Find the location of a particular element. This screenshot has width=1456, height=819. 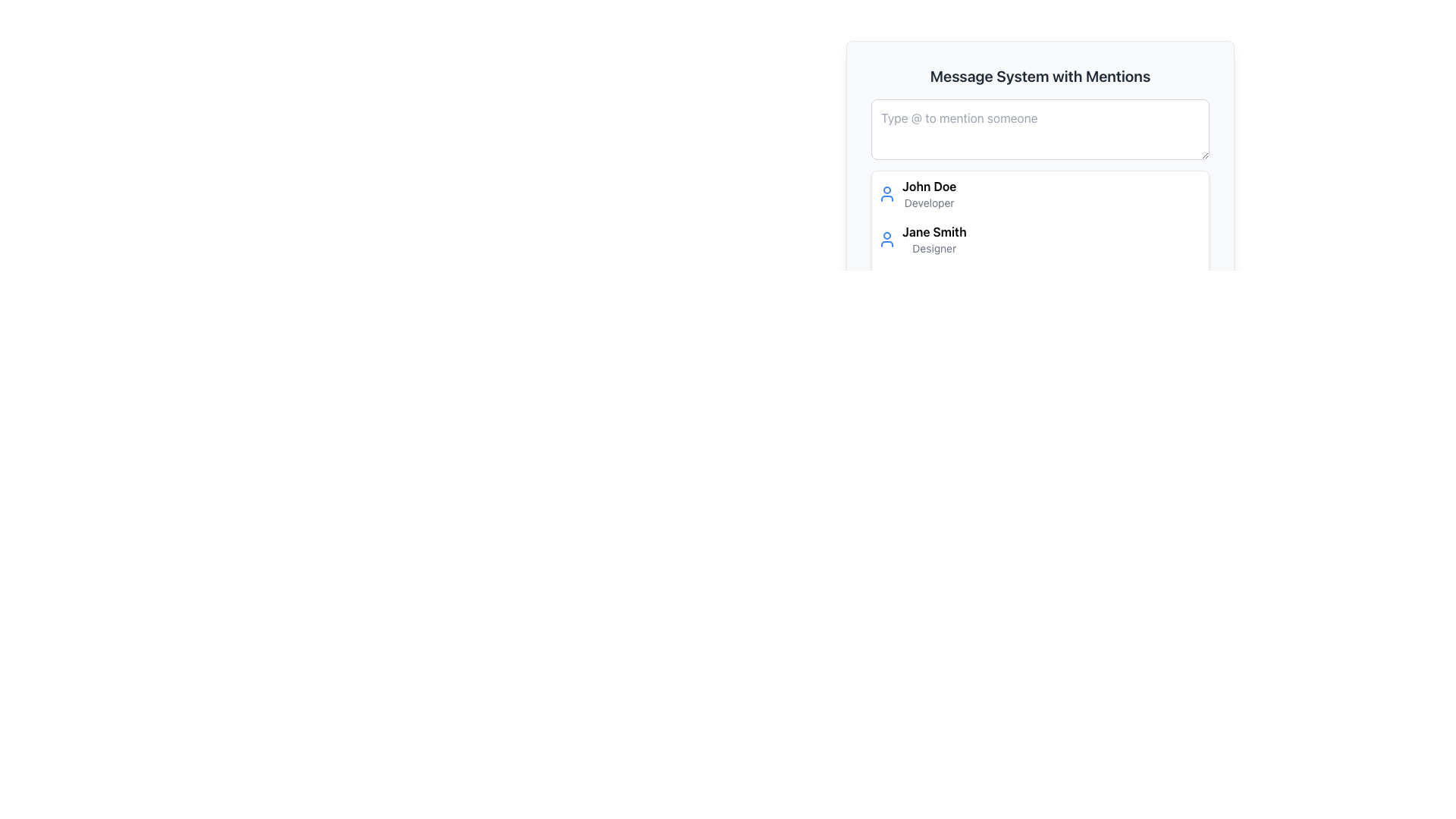

the 'Developer' label which is styled with a small gray font and located directly beneath the 'John Doe' text in the user information section is located at coordinates (928, 202).